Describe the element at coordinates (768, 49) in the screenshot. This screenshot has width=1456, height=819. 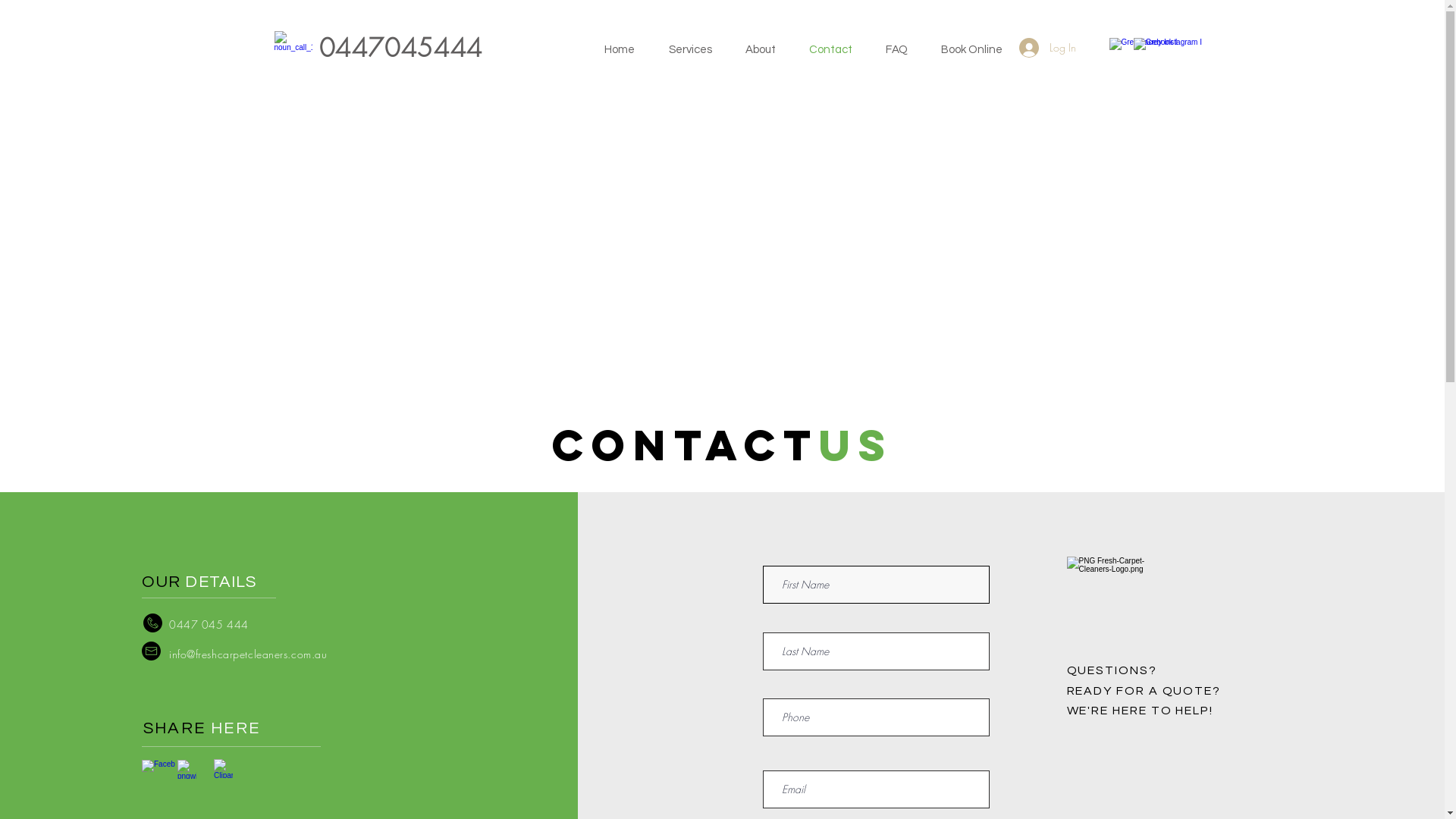
I see `'About'` at that location.